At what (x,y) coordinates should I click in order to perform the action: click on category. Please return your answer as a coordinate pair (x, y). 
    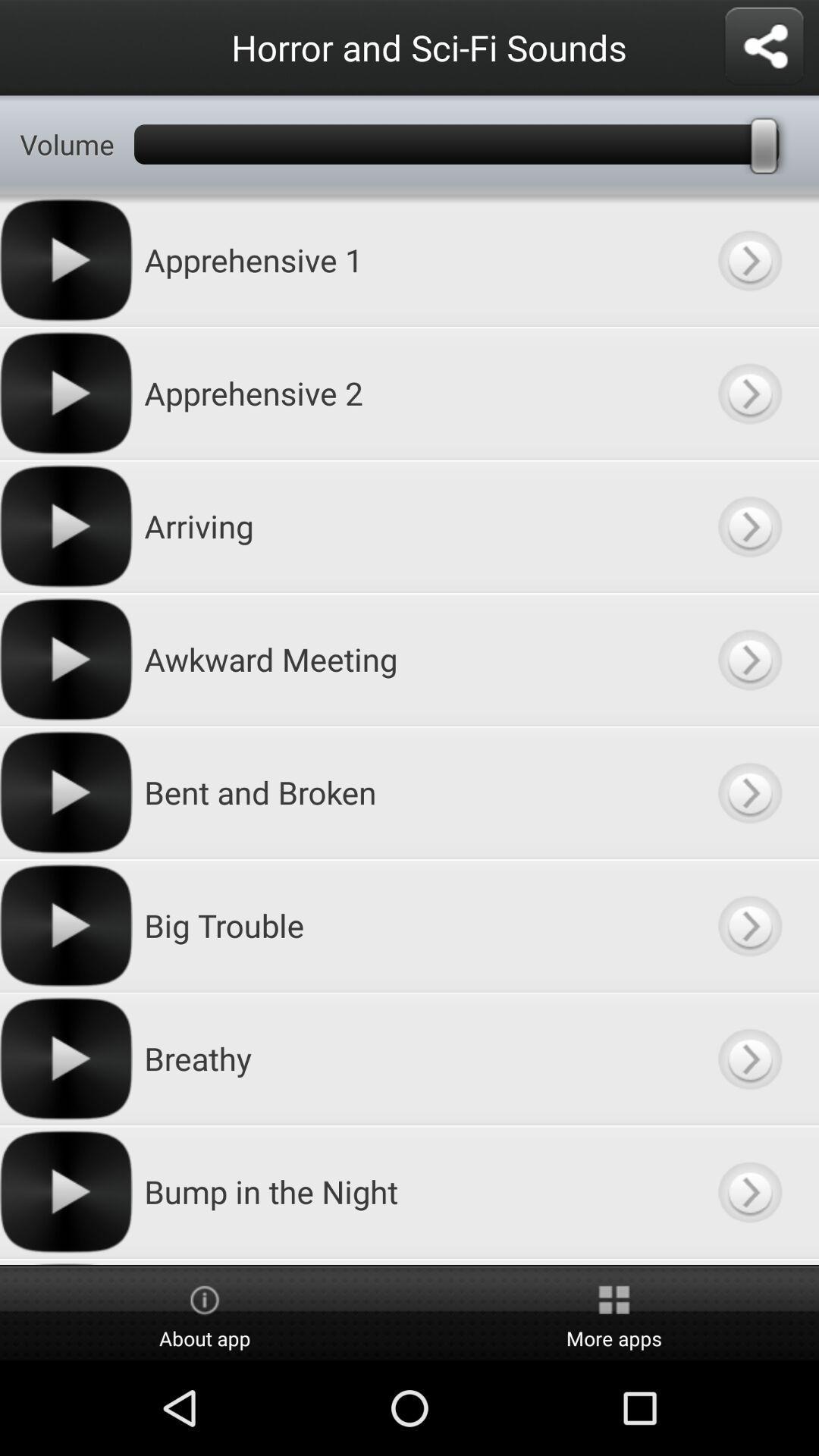
    Looking at the image, I should click on (748, 393).